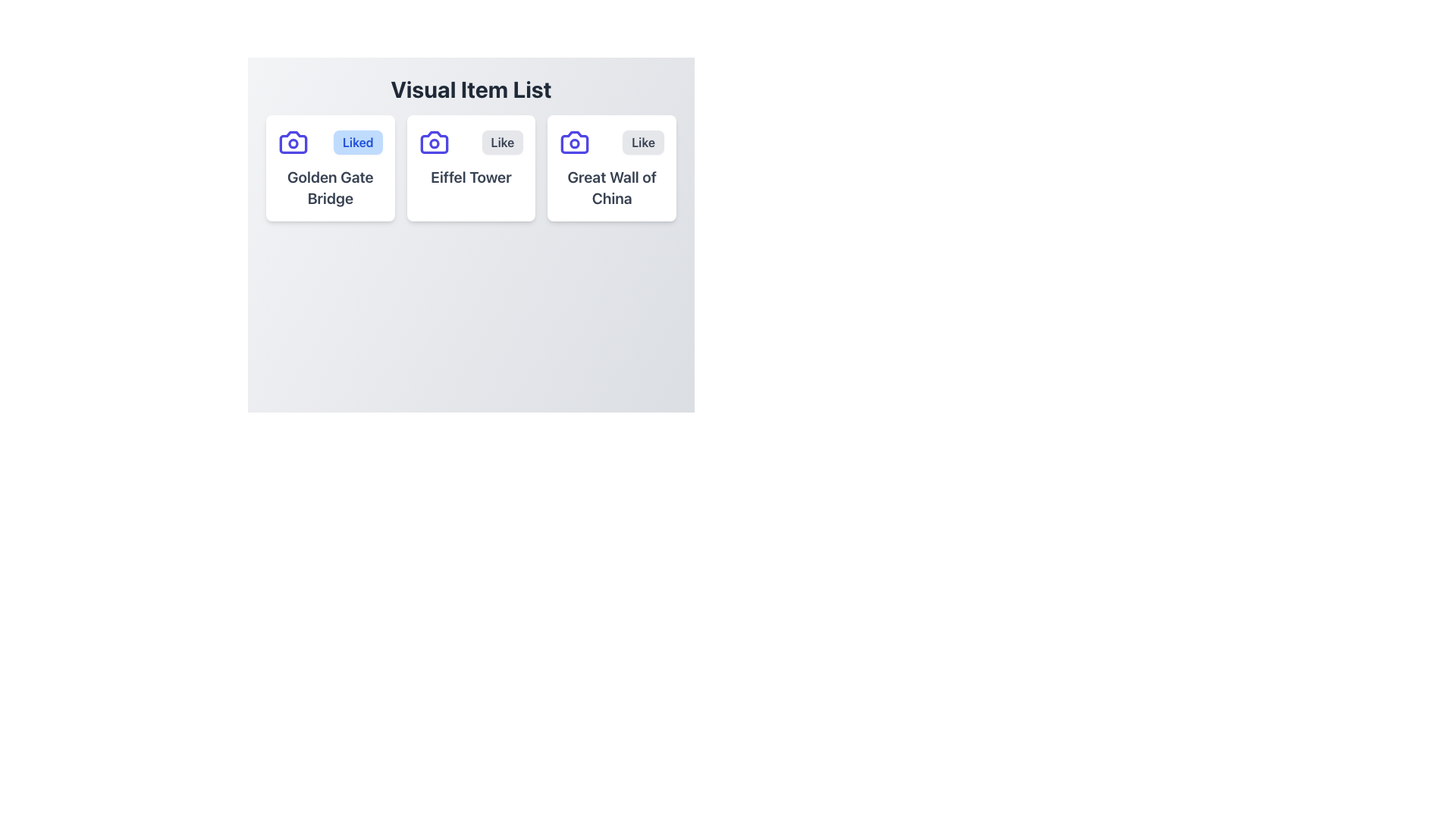 Image resolution: width=1456 pixels, height=819 pixels. What do you see at coordinates (574, 143) in the screenshot?
I see `the camera icon located in the top left section of the 'Great Wall of China' card` at bounding box center [574, 143].